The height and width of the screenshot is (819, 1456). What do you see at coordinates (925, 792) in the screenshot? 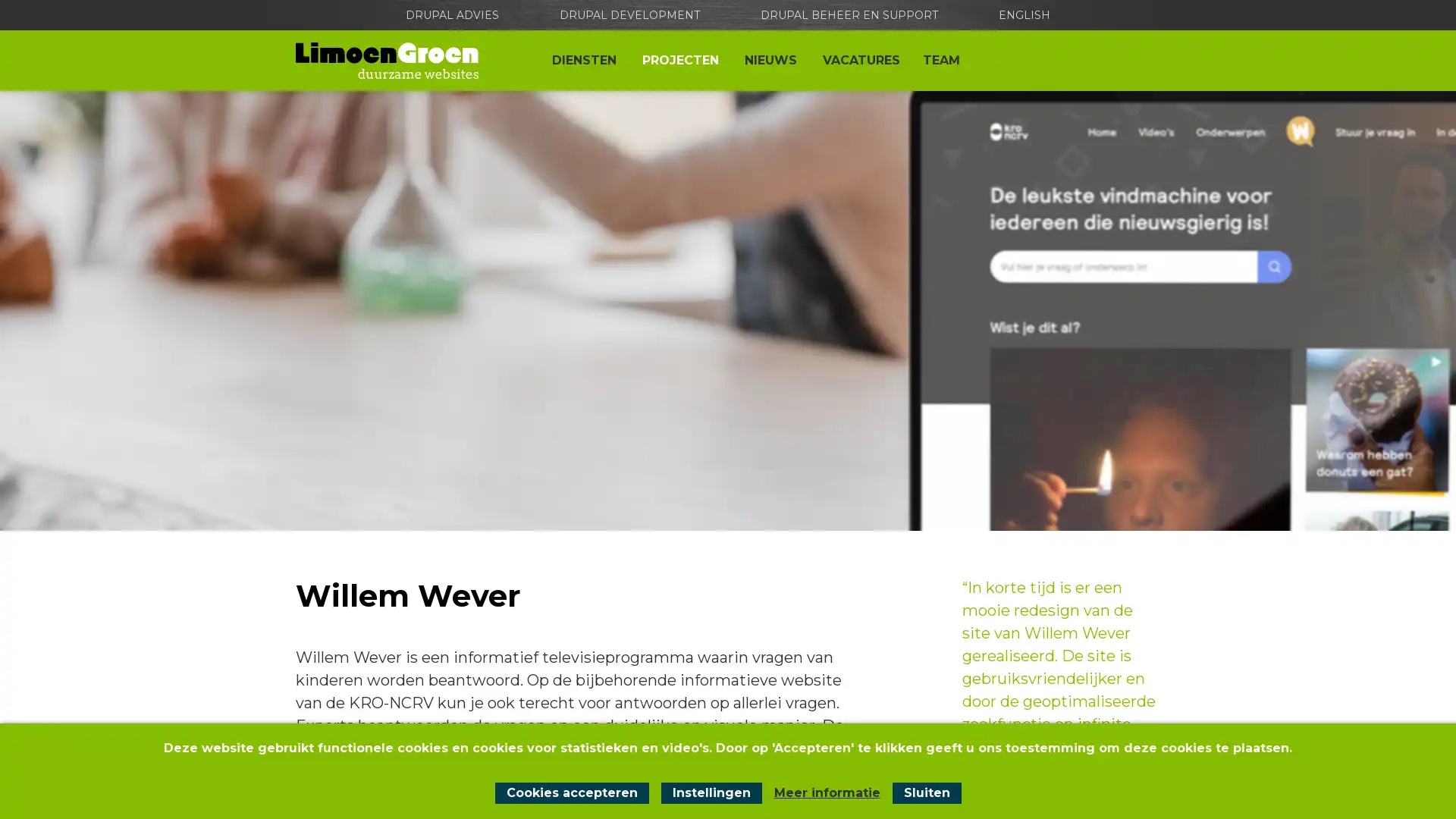
I see `Sluit cookiemelding` at bounding box center [925, 792].